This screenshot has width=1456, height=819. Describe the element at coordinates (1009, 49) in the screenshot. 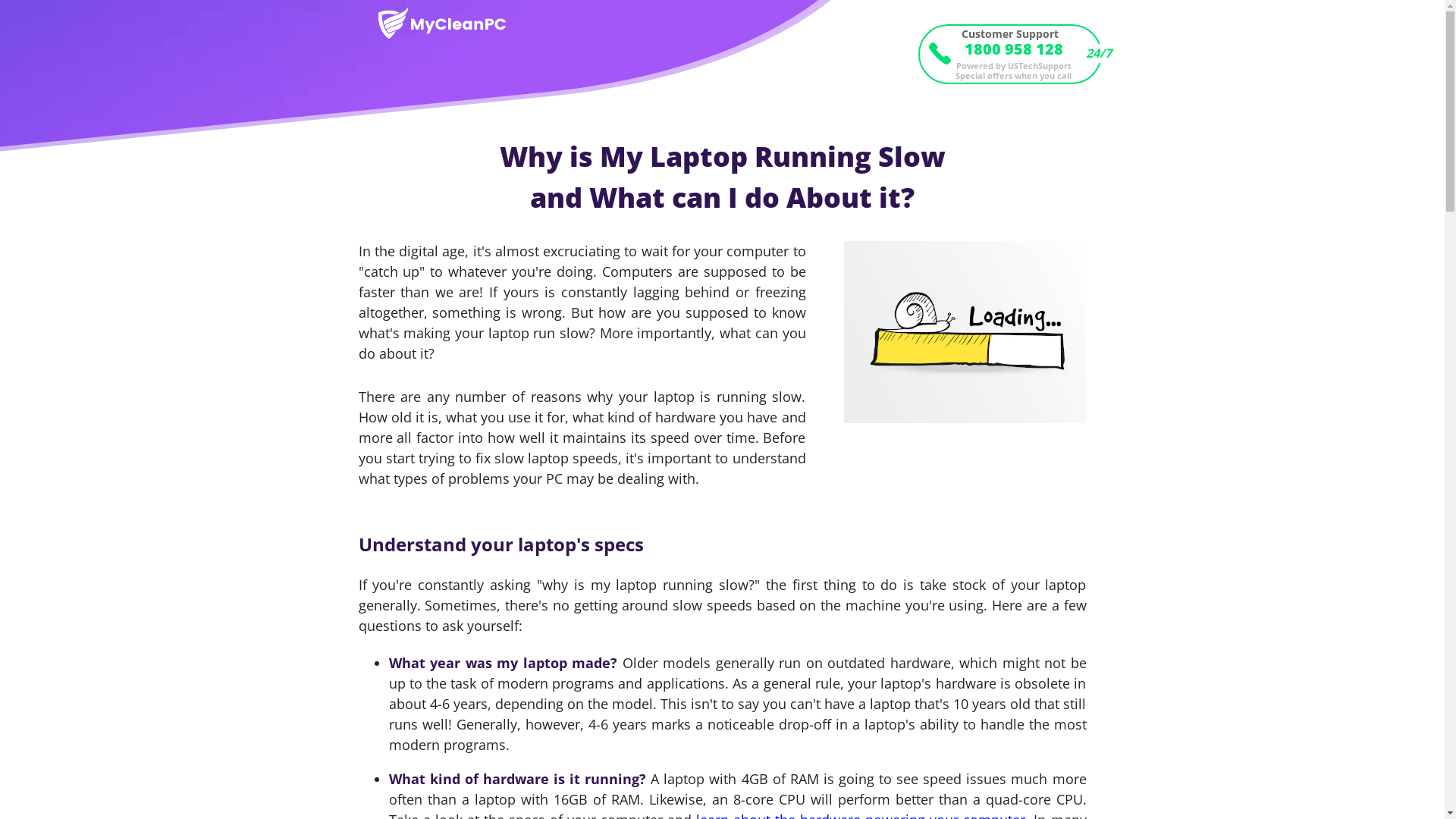

I see `'1800 958 128'` at that location.